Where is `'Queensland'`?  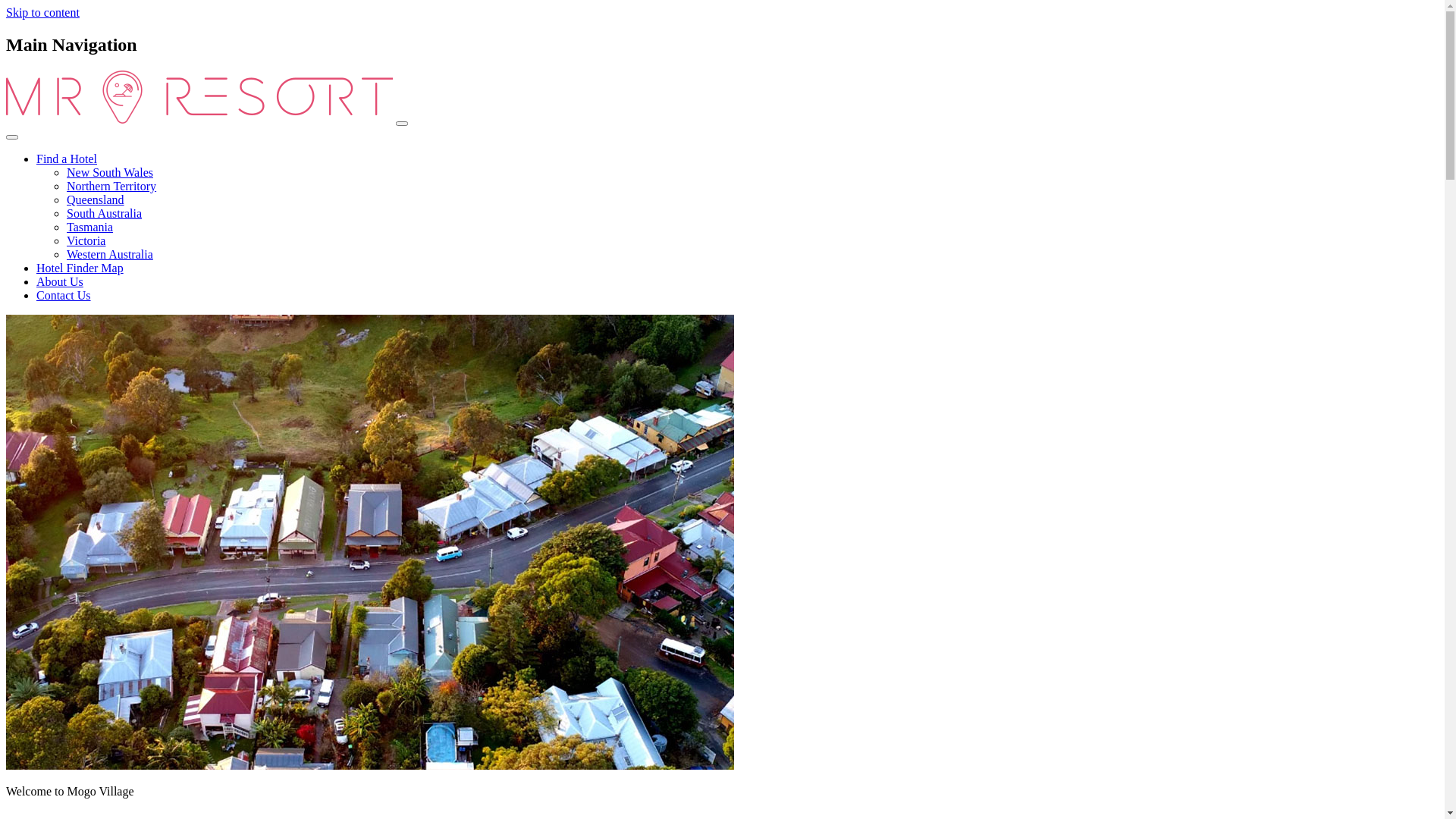
'Queensland' is located at coordinates (94, 199).